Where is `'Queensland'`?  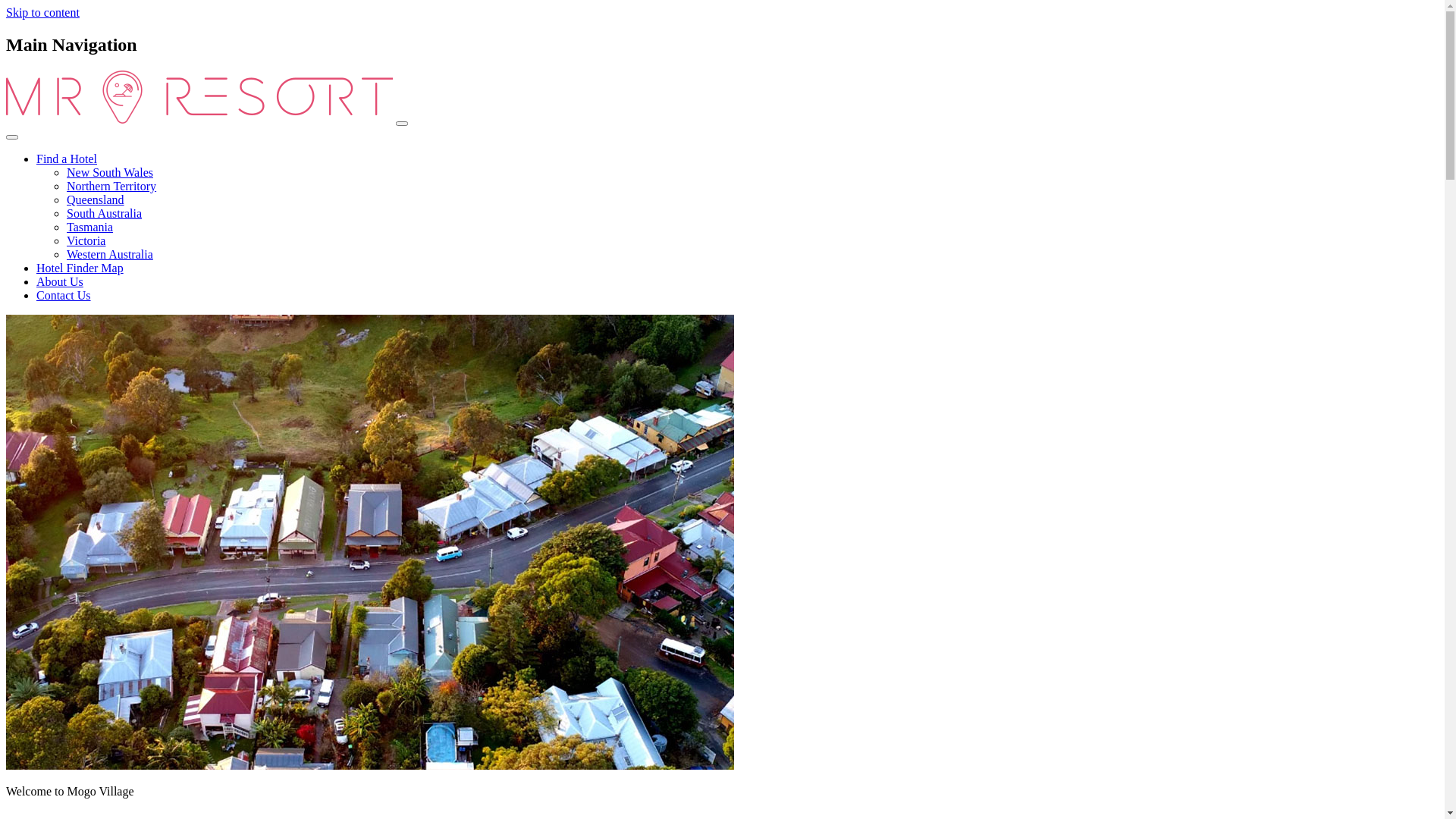
'Queensland' is located at coordinates (94, 199).